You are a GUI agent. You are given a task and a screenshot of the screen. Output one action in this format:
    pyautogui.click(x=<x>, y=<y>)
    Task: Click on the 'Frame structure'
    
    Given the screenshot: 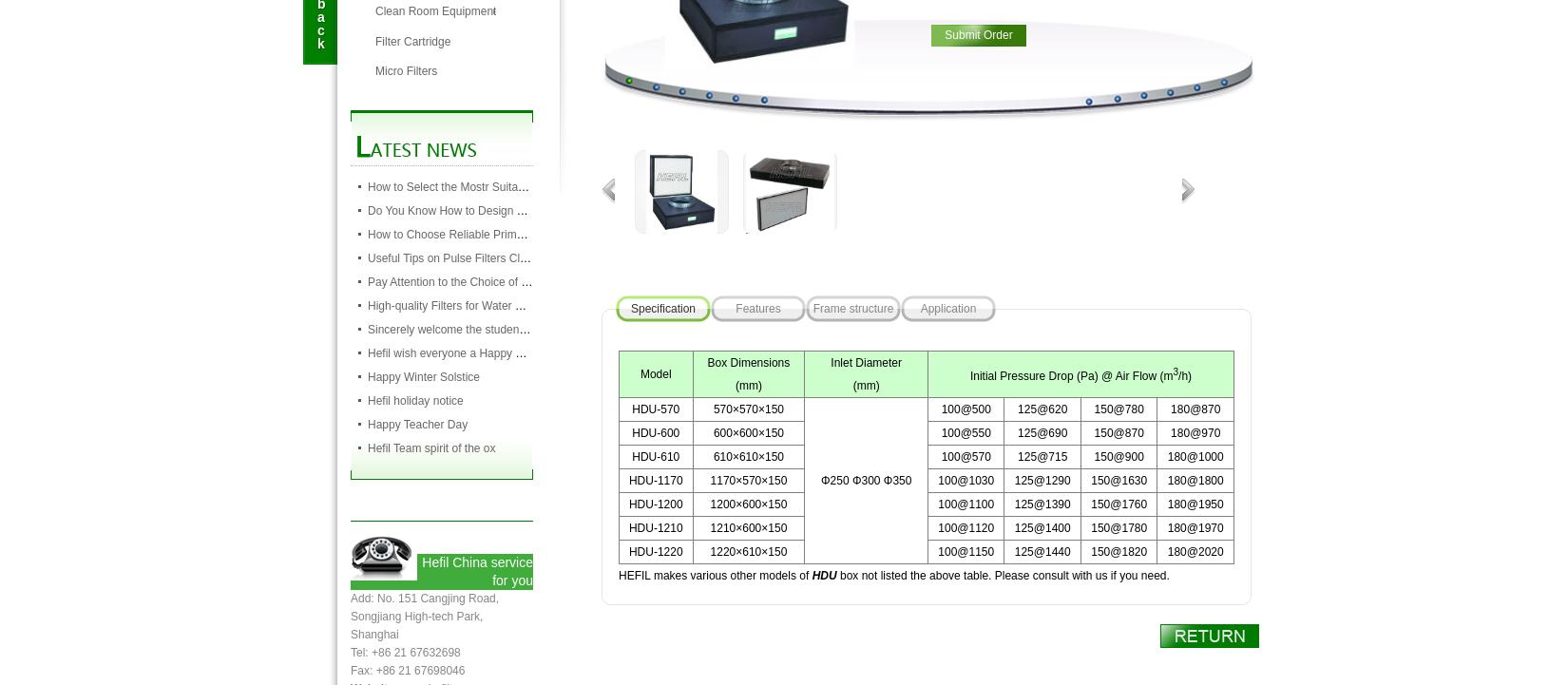 What is the action you would take?
    pyautogui.click(x=813, y=309)
    